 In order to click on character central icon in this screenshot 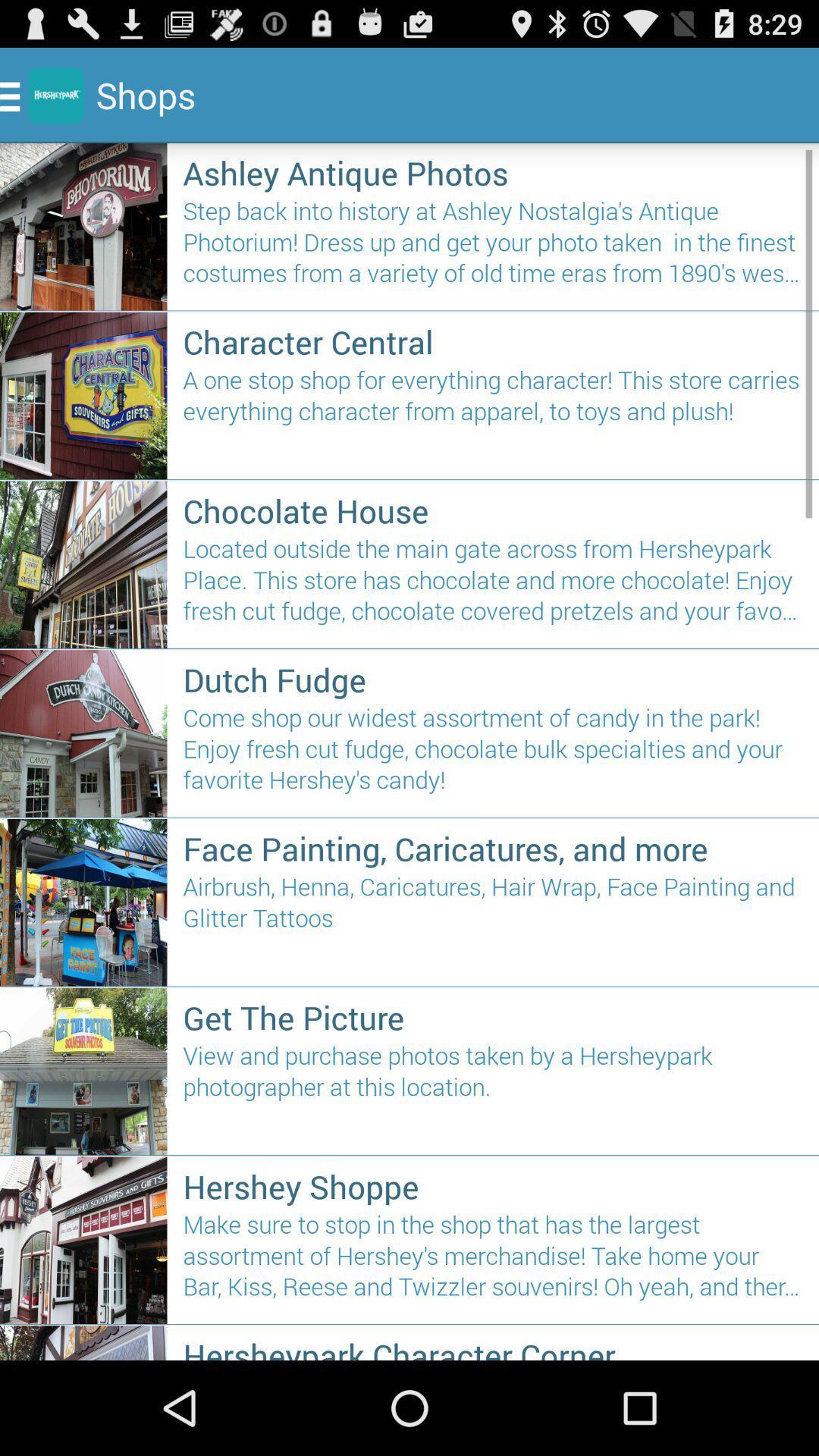, I will do `click(493, 340)`.